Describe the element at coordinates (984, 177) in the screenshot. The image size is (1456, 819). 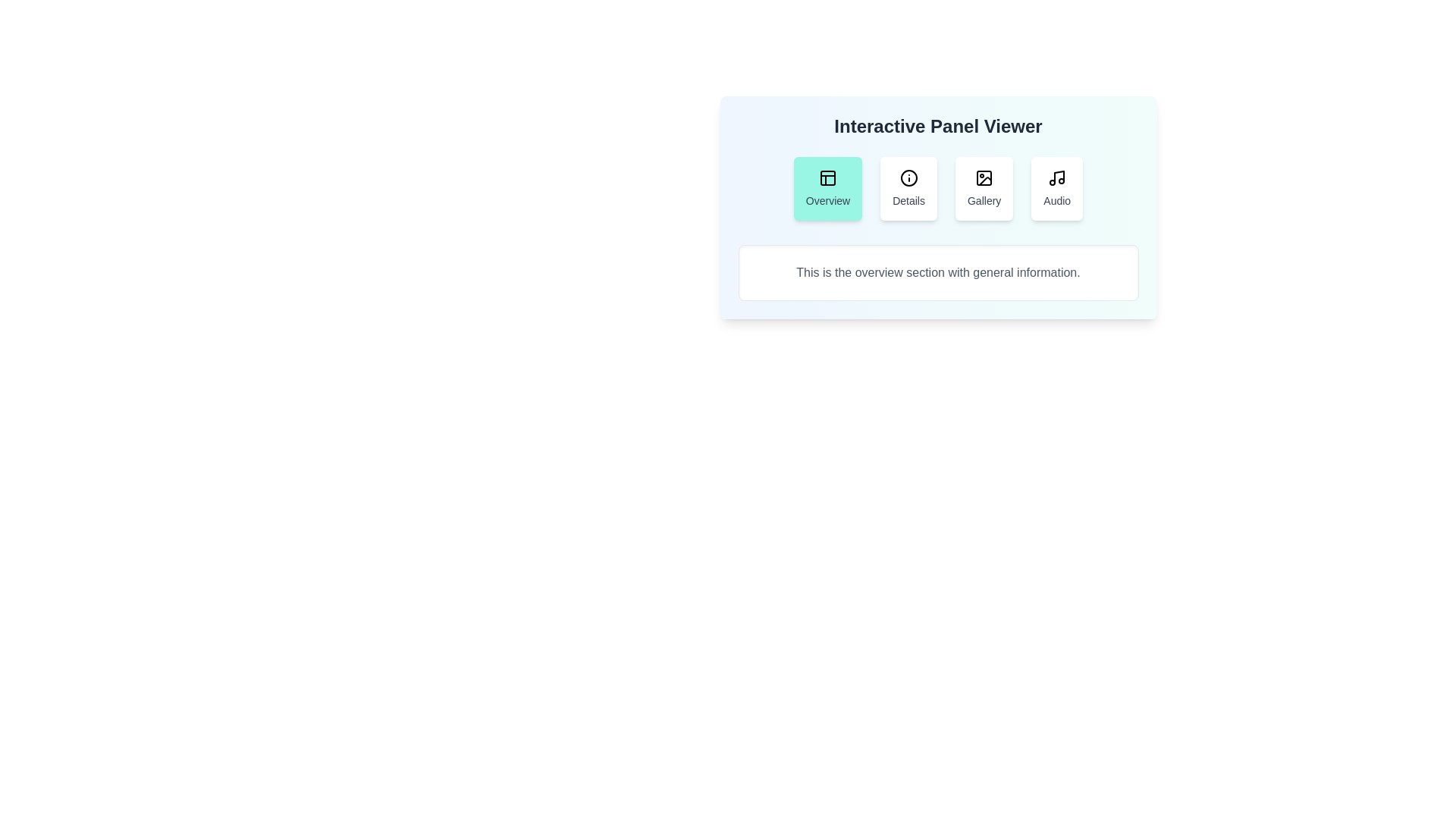
I see `the SVG icon resembling an image placeholder, which is centrally positioned within the 'Gallery' button, located between the 'Details' and 'Audio' buttons` at that location.